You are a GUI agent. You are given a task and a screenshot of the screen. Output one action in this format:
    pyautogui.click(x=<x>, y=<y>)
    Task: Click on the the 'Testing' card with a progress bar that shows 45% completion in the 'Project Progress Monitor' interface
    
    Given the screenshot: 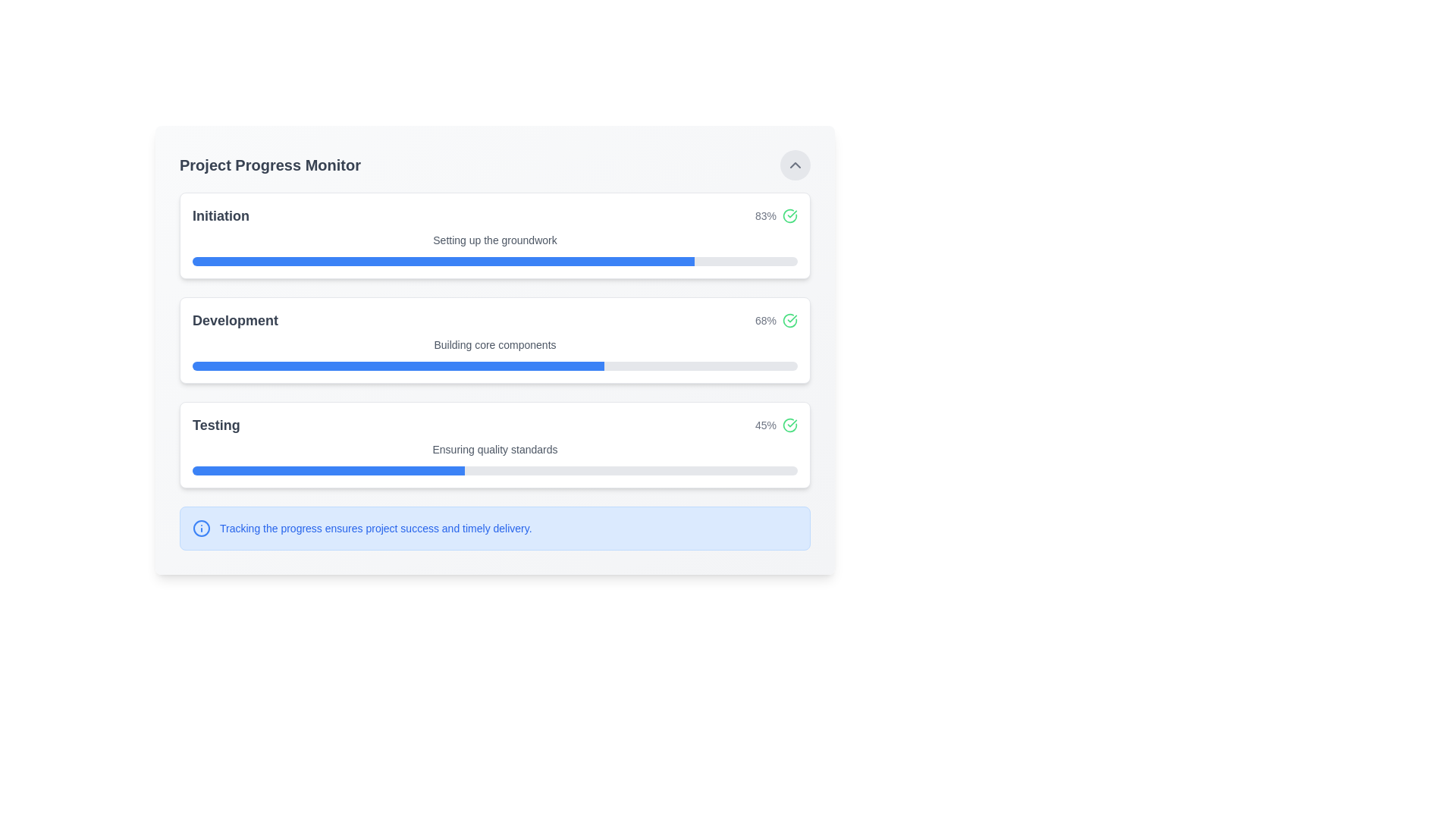 What is the action you would take?
    pyautogui.click(x=494, y=444)
    